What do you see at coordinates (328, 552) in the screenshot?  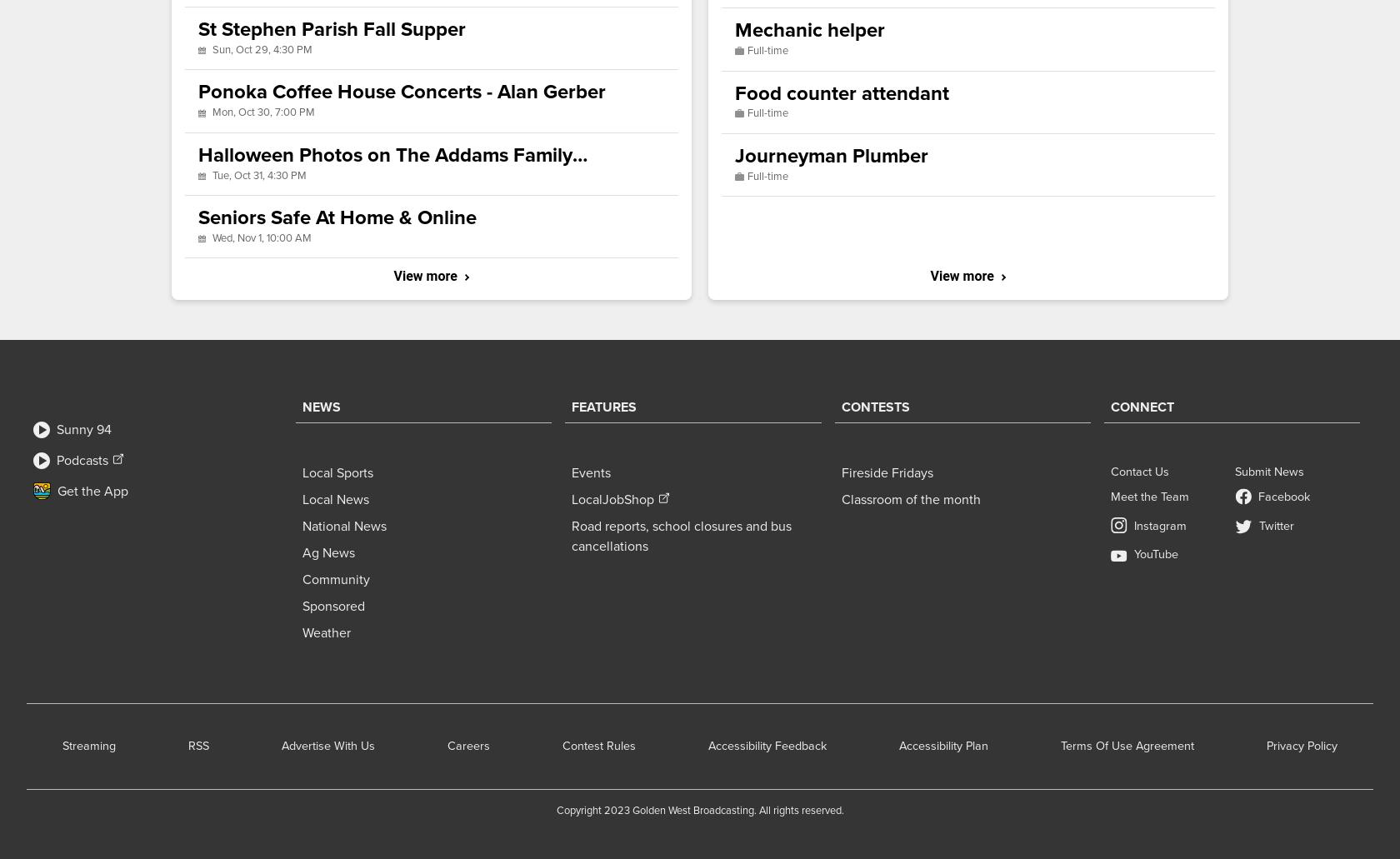 I see `'Ag News'` at bounding box center [328, 552].